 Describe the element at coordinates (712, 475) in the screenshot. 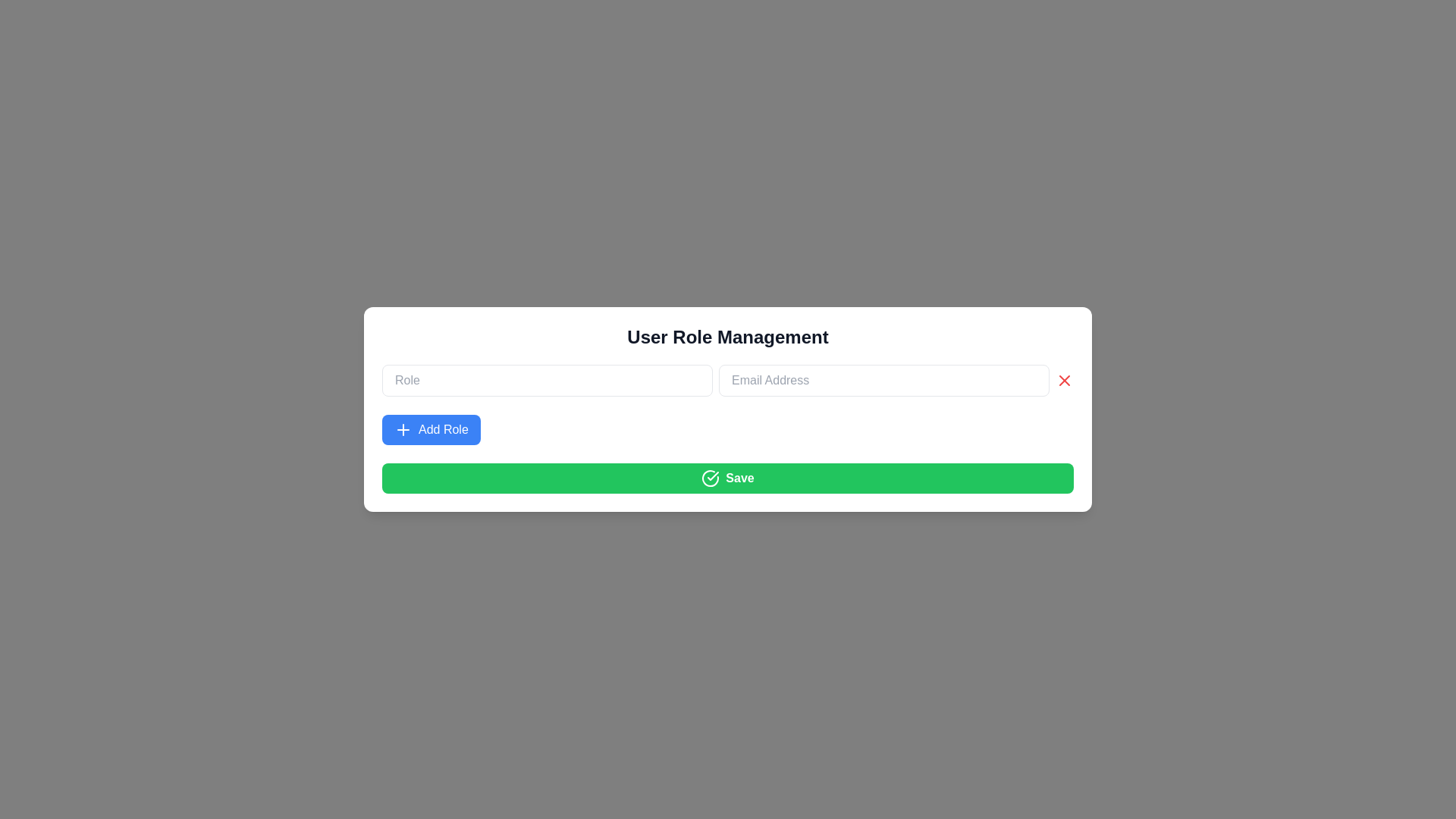

I see `the 'Save' button which encompasses the checkmark icon, confirming the action within the modal titled 'User Role Management'` at that location.